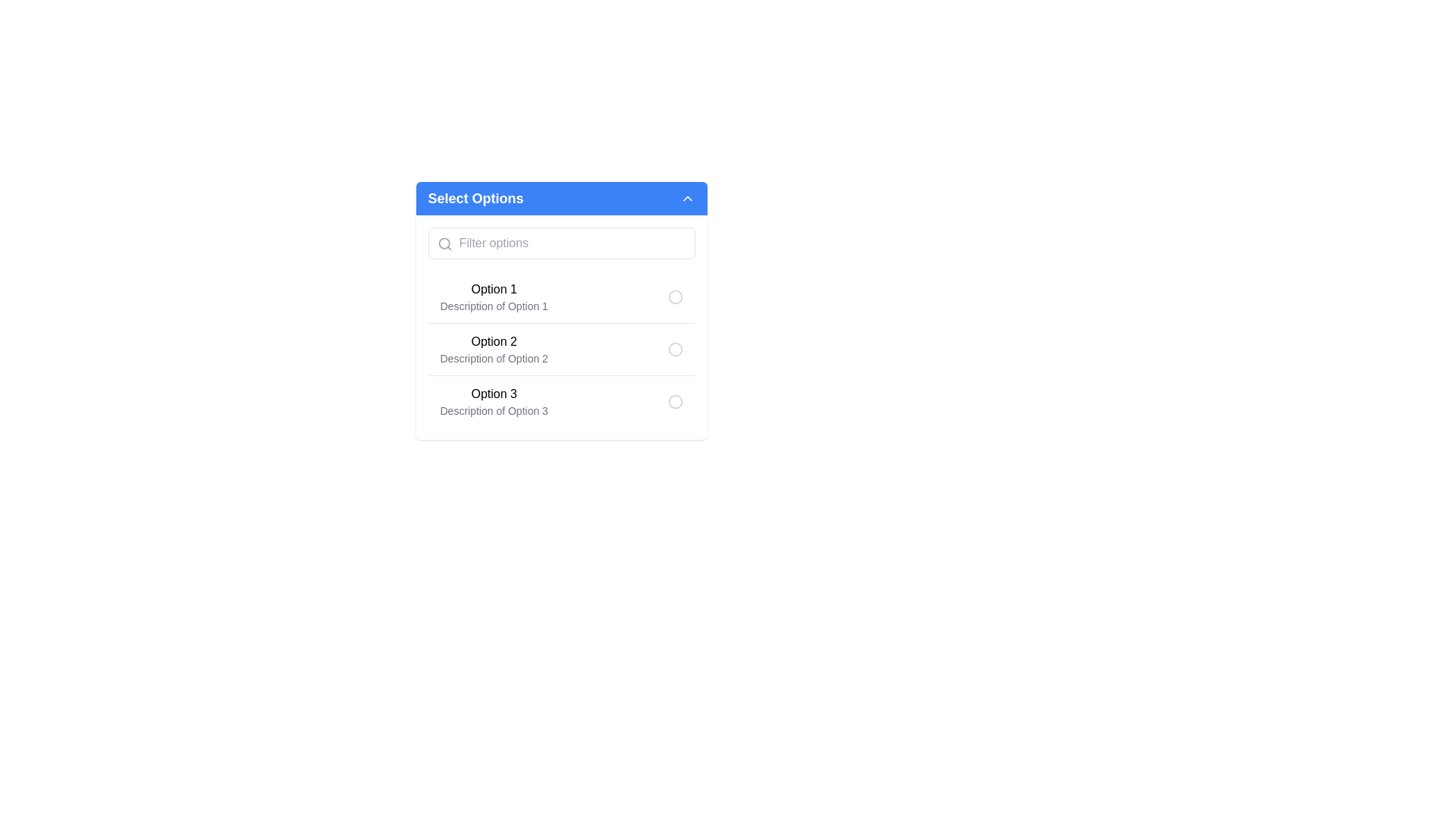  Describe the element at coordinates (494, 350) in the screenshot. I see `the second item in the dropdown menu titled 'Select Options'` at that location.